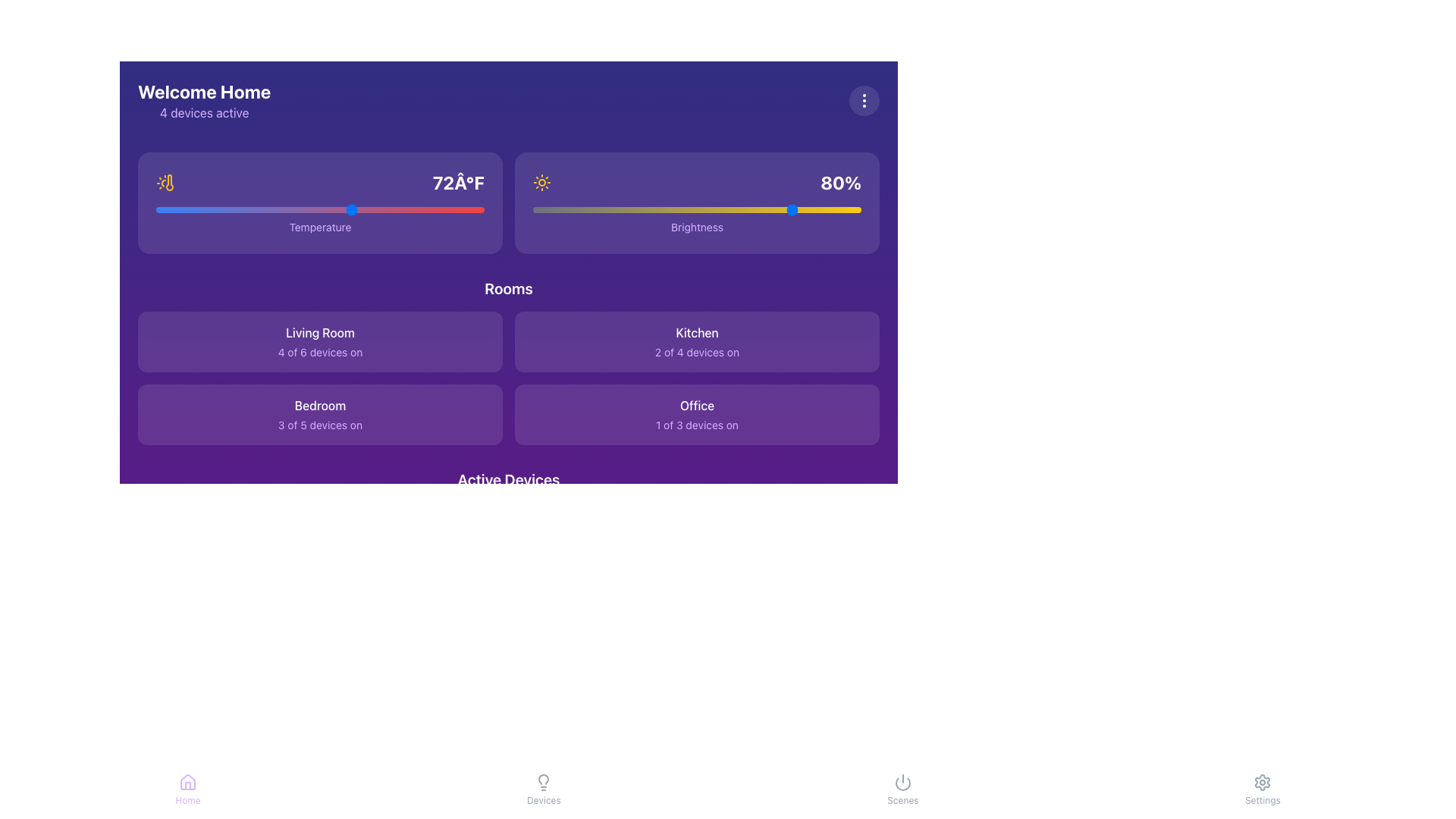 The width and height of the screenshot is (1456, 819). What do you see at coordinates (864, 100) in the screenshot?
I see `the vertical ellipsis icon in the top-right corner of the user interface` at bounding box center [864, 100].